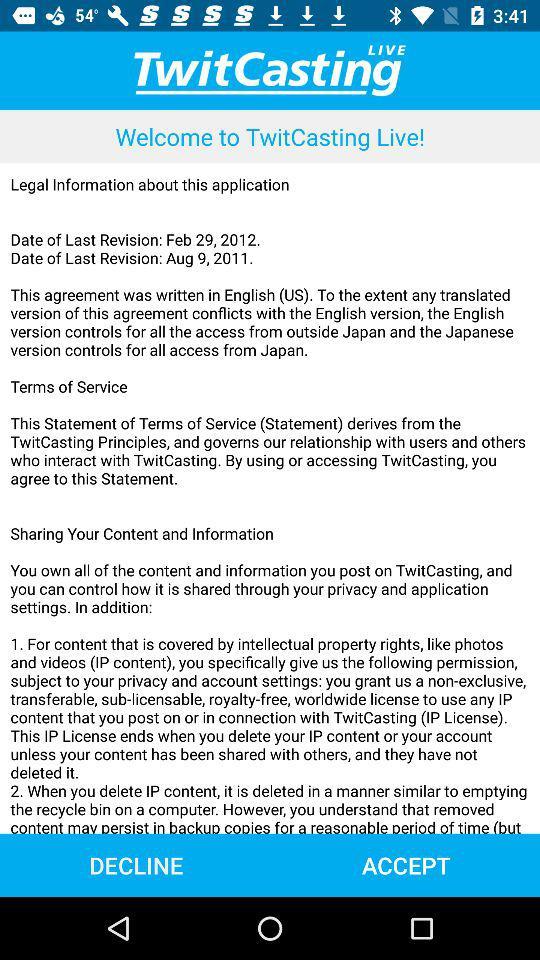  Describe the element at coordinates (405, 864) in the screenshot. I see `the item to the right of the decline` at that location.